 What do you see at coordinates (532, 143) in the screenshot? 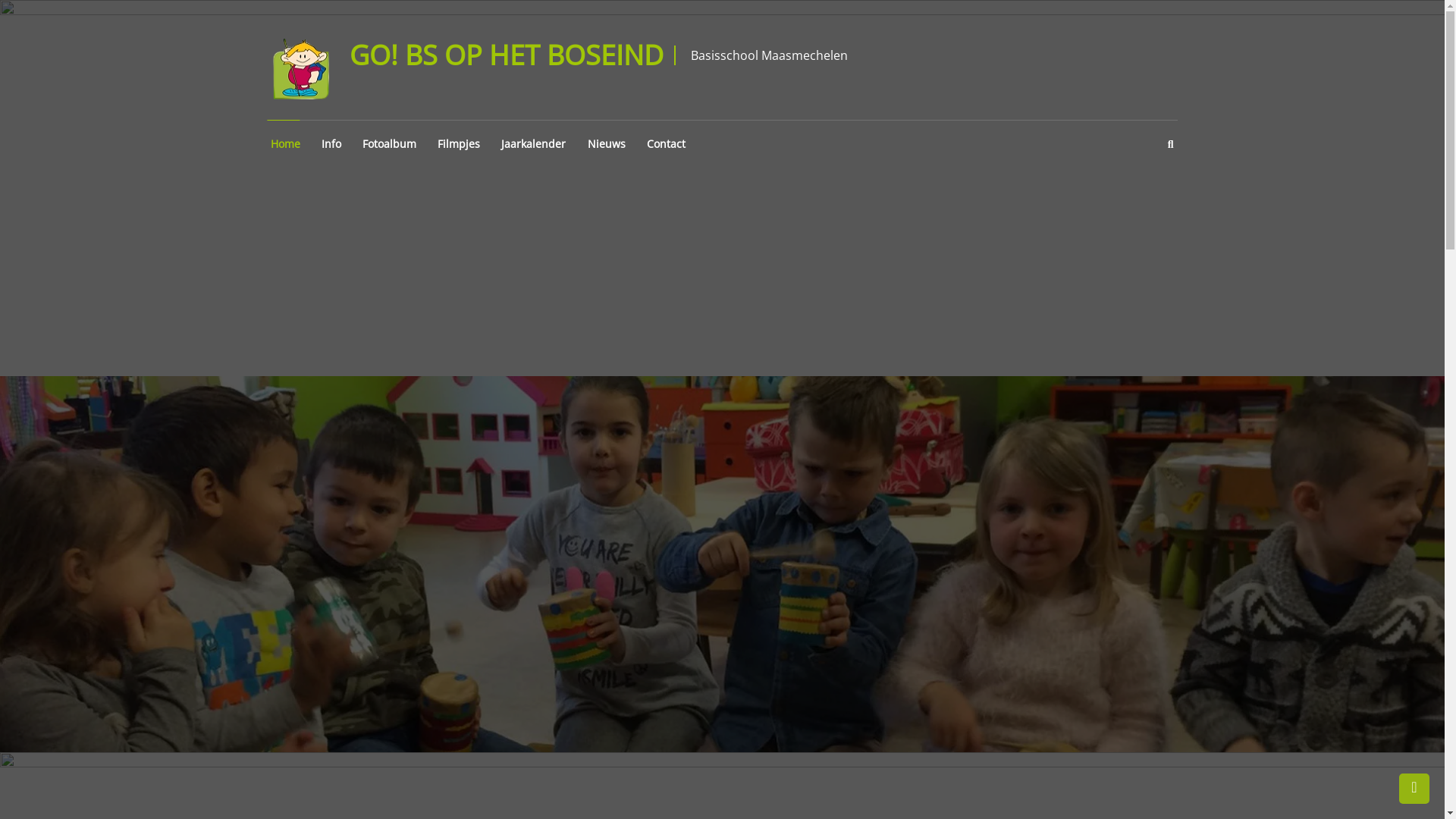
I see `'Jaarkalender'` at bounding box center [532, 143].